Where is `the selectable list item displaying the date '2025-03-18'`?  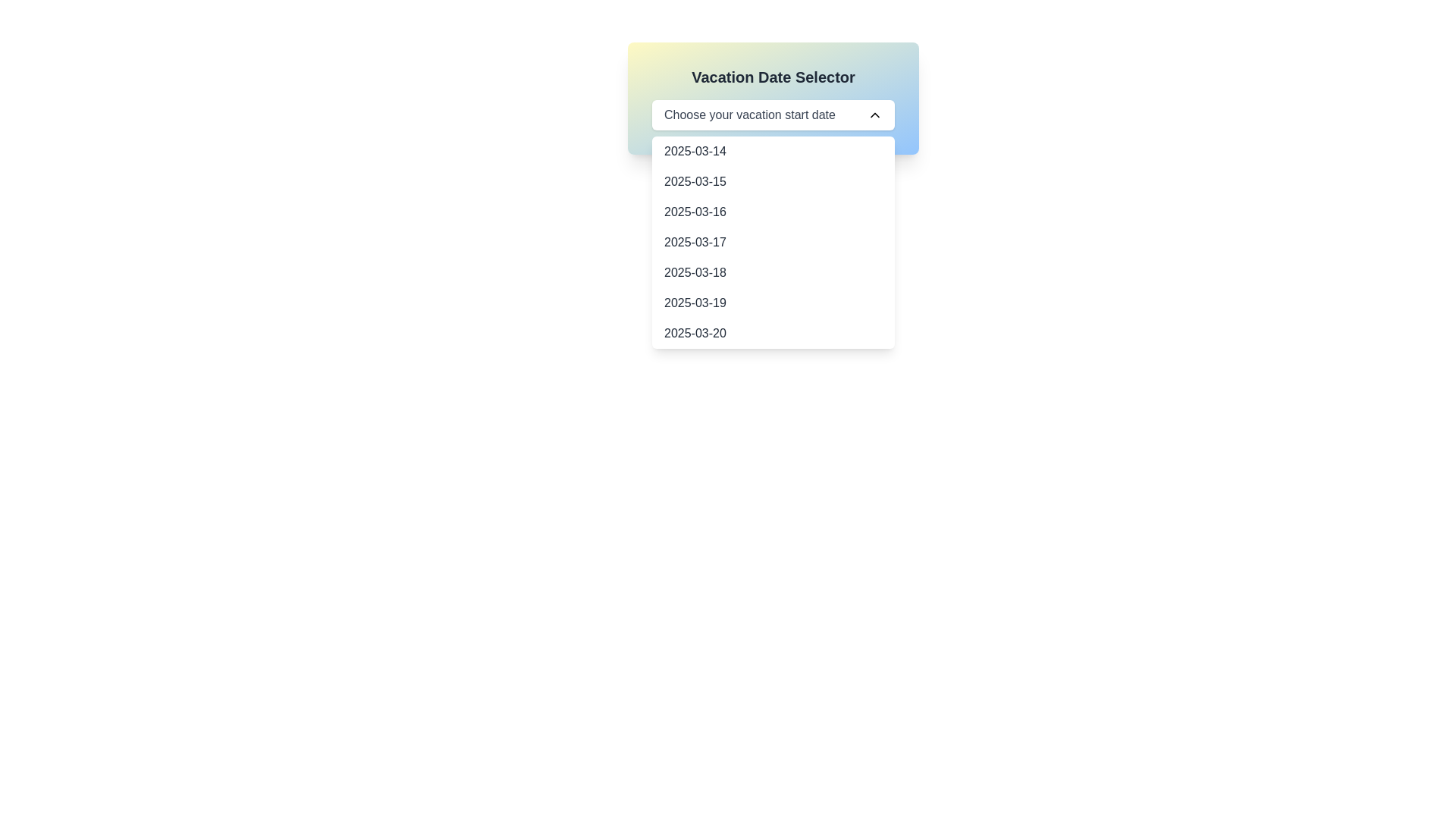 the selectable list item displaying the date '2025-03-18' is located at coordinates (773, 271).